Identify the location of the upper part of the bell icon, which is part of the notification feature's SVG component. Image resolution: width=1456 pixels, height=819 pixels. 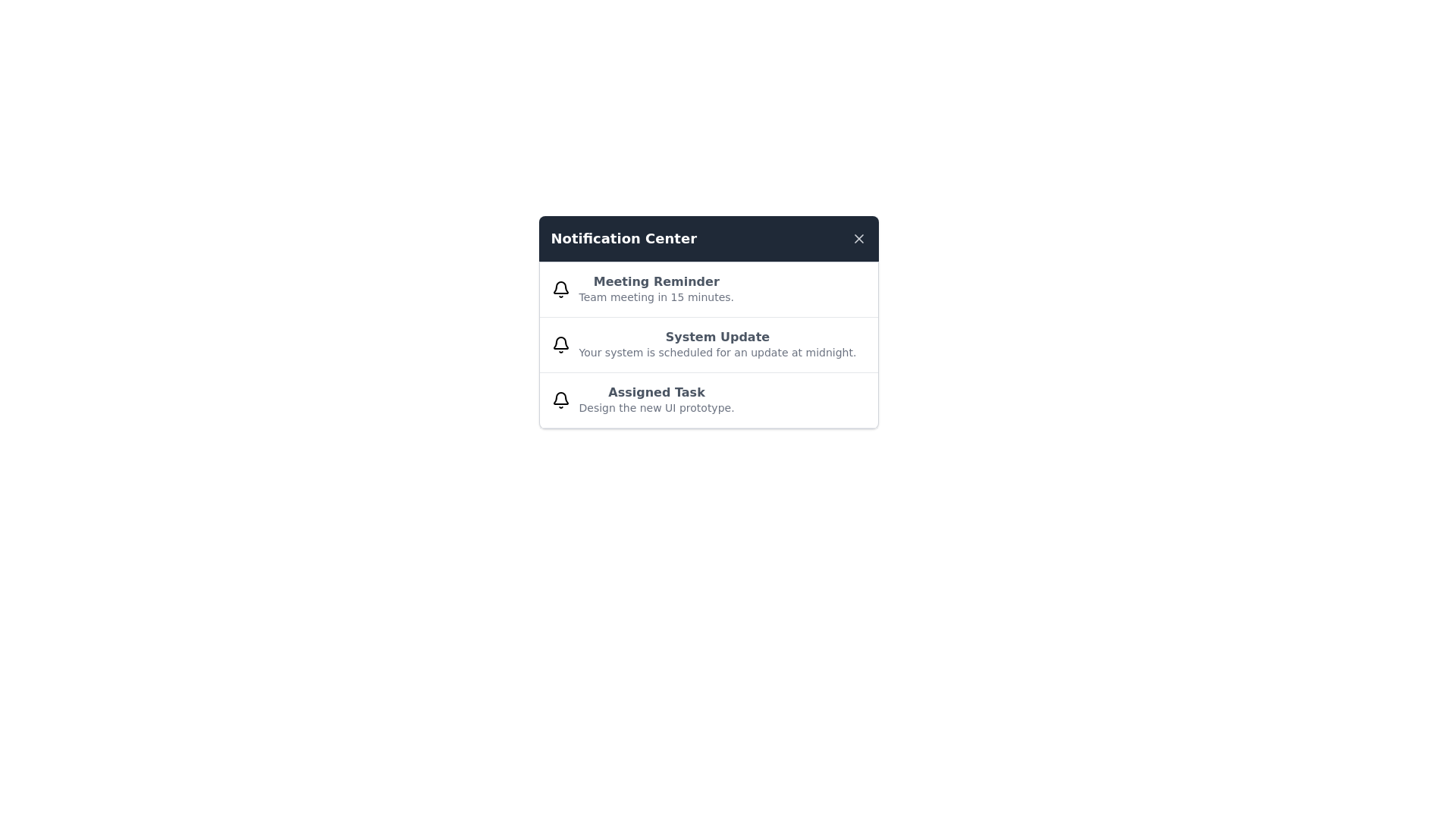
(560, 397).